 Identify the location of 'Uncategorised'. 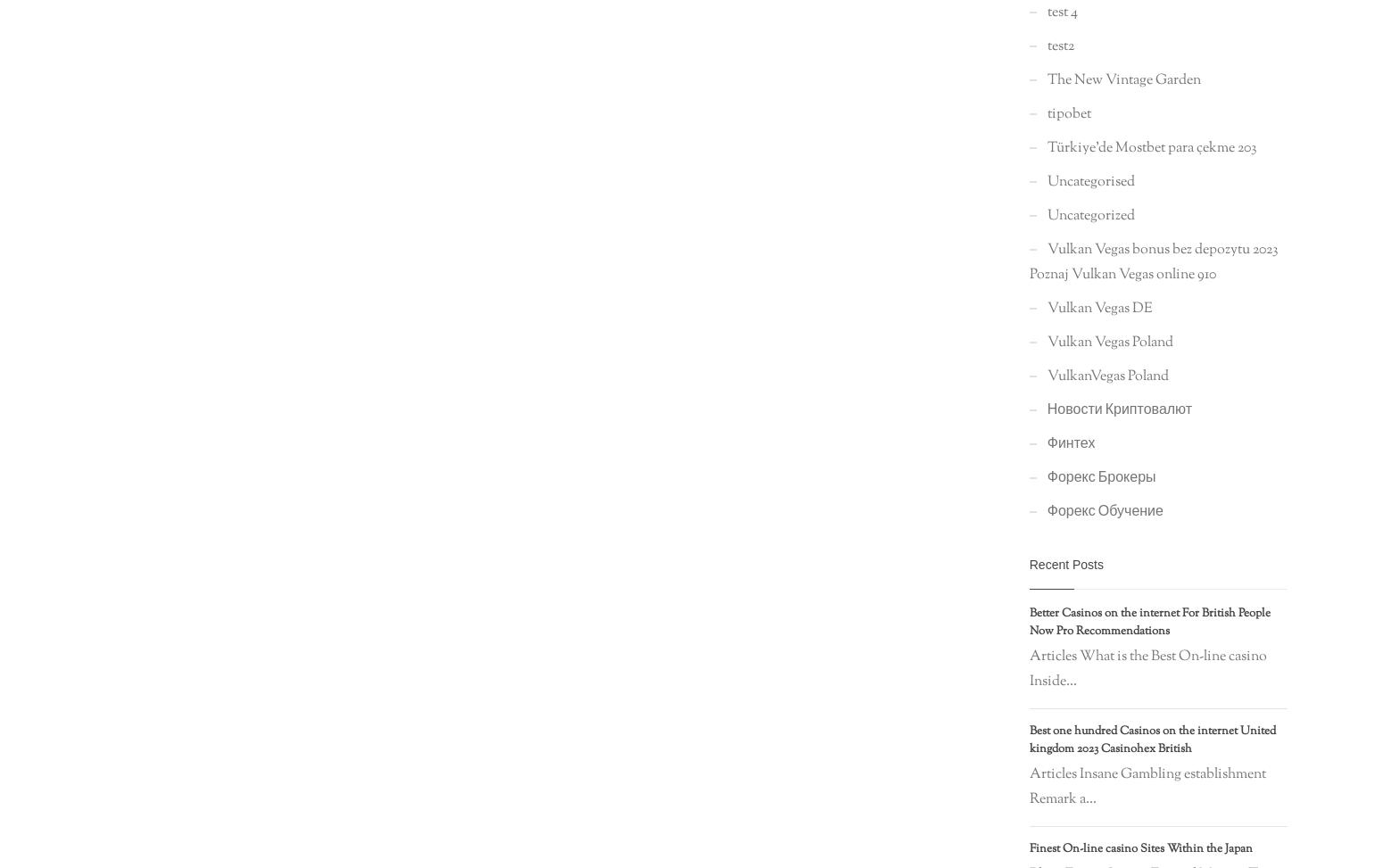
(1090, 181).